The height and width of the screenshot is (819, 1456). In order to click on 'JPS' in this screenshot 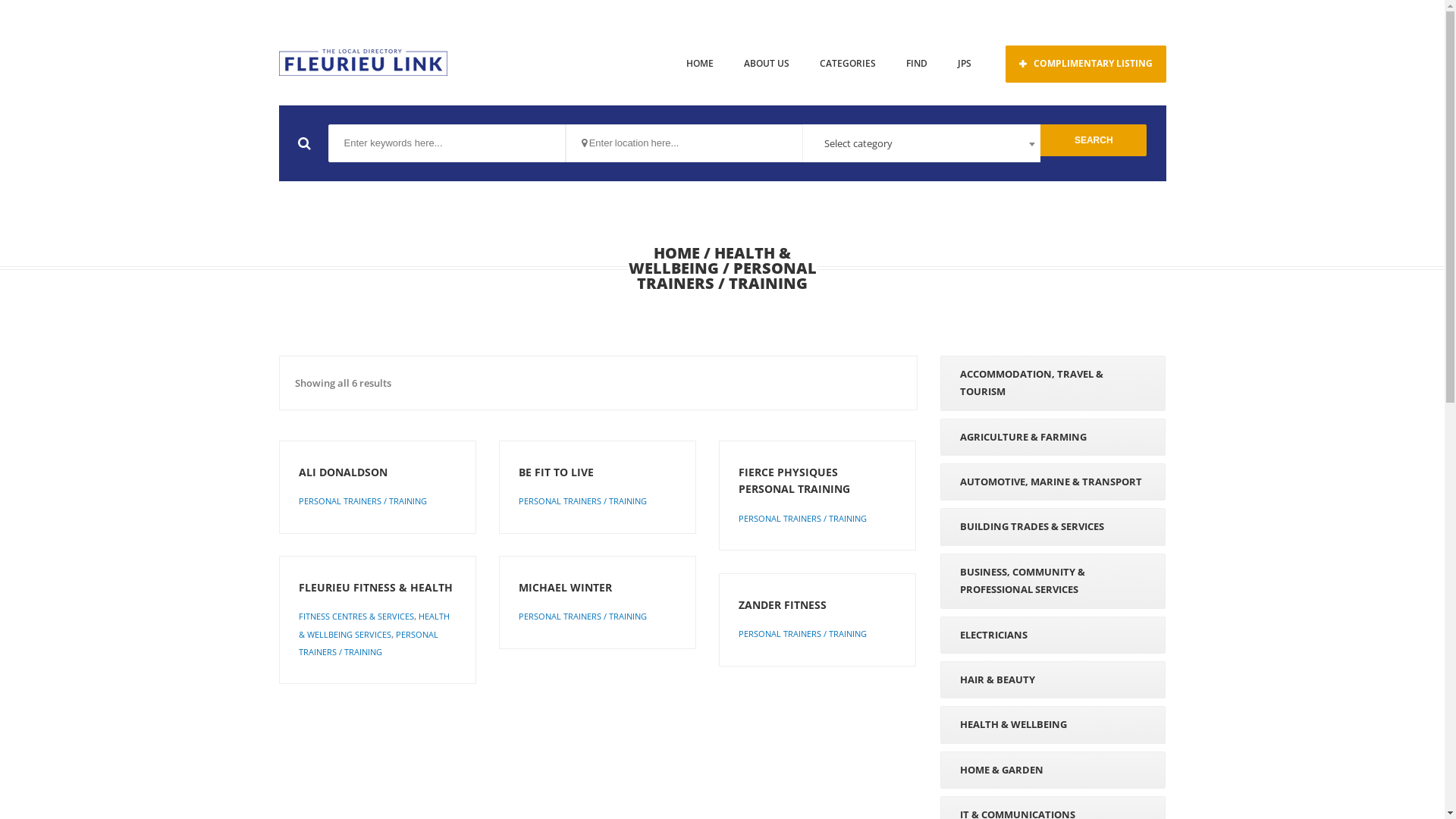, I will do `click(963, 63)`.